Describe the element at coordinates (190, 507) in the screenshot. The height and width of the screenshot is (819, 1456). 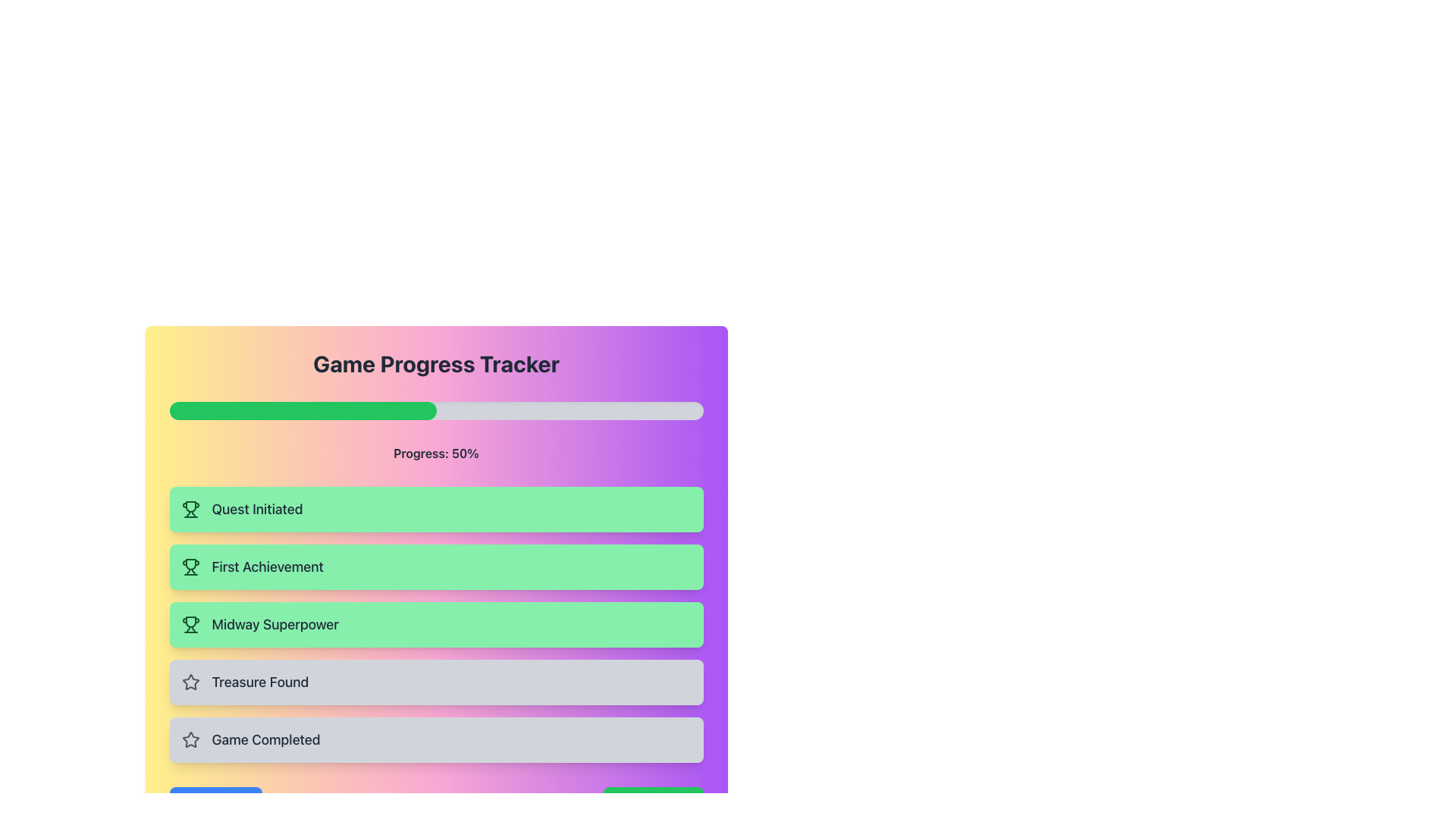
I see `the 'Quest Initiated' achievement icon located in the first row of the achievement list` at that location.